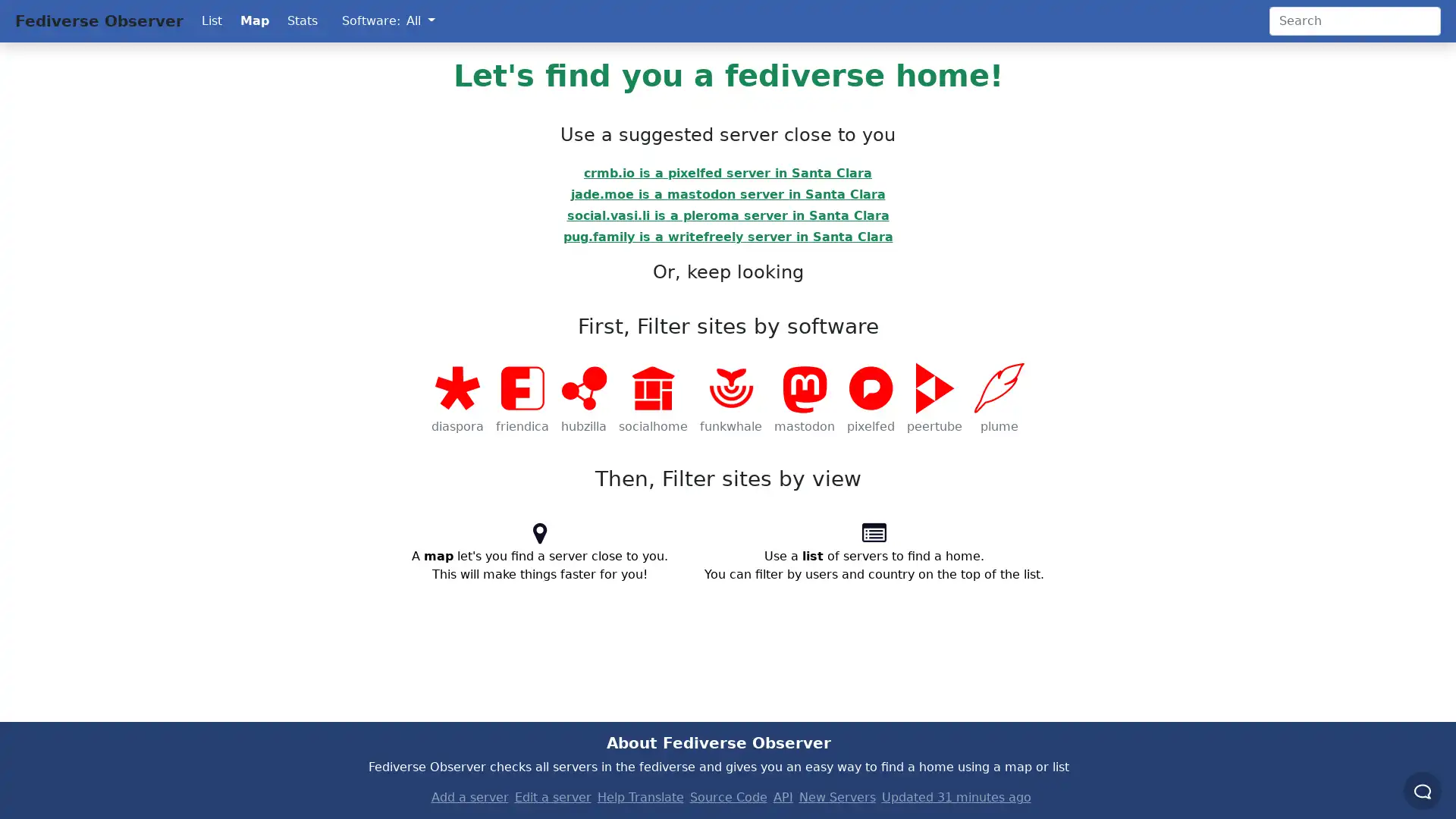 Image resolution: width=1456 pixels, height=819 pixels. Describe the element at coordinates (420, 20) in the screenshot. I see `All` at that location.